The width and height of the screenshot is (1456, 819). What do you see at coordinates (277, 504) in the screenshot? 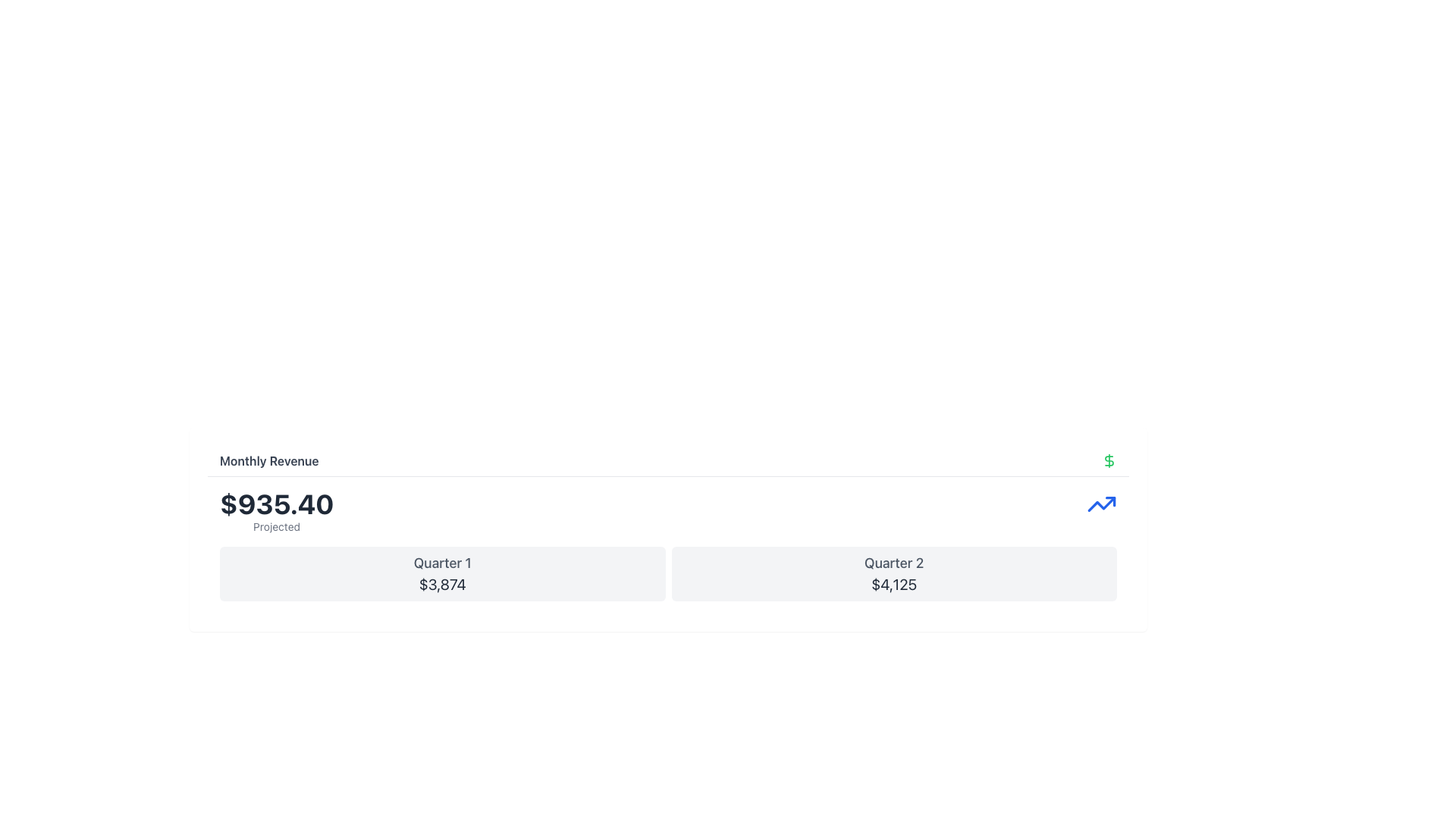
I see `the monetary value text label displaying '$935.40' to read it` at bounding box center [277, 504].